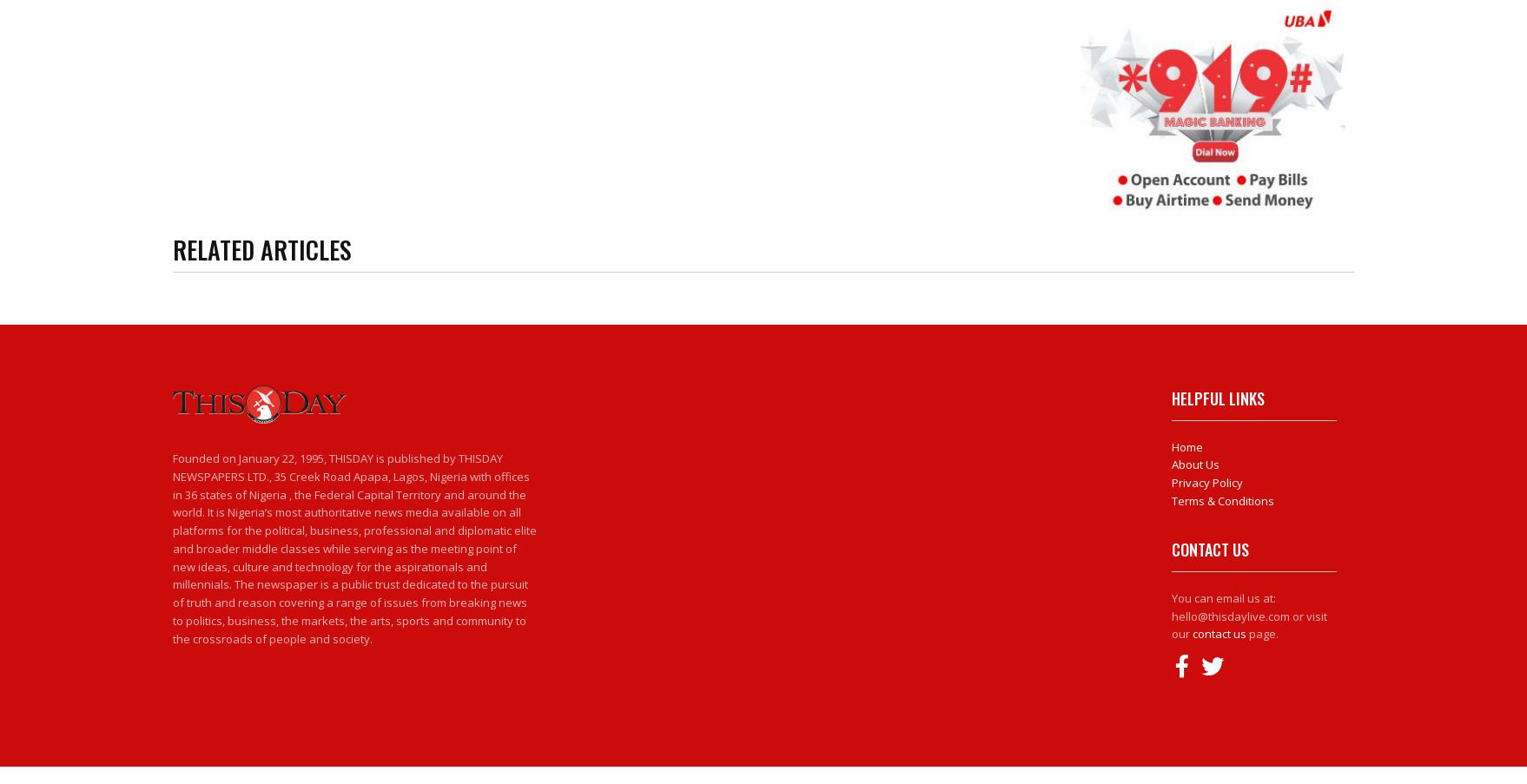 The image size is (1527, 784). Describe the element at coordinates (354, 548) in the screenshot. I see `'Founded on January 22, 1995, THISDAY is published by THISDAY NEWSPAPERS LTD., 35 Creek Road Apapa, Lagos, Nigeria with offices in 36 states of Nigeria , the Federal Capital Territory and around the world. It is Nigeria’s most authoritative news media available on all platforms for the political, business, professional and diplomatic elite and broader middle classes while serving as the meeting point of new ideas, culture and technology for the aspirationals and millennials. The newspaper is a public trust dedicated to the pursuit of truth and reason covering a range of issues from breaking news to politics, business, the markets, the arts, sports and community to the crossroads of people and society.'` at that location.